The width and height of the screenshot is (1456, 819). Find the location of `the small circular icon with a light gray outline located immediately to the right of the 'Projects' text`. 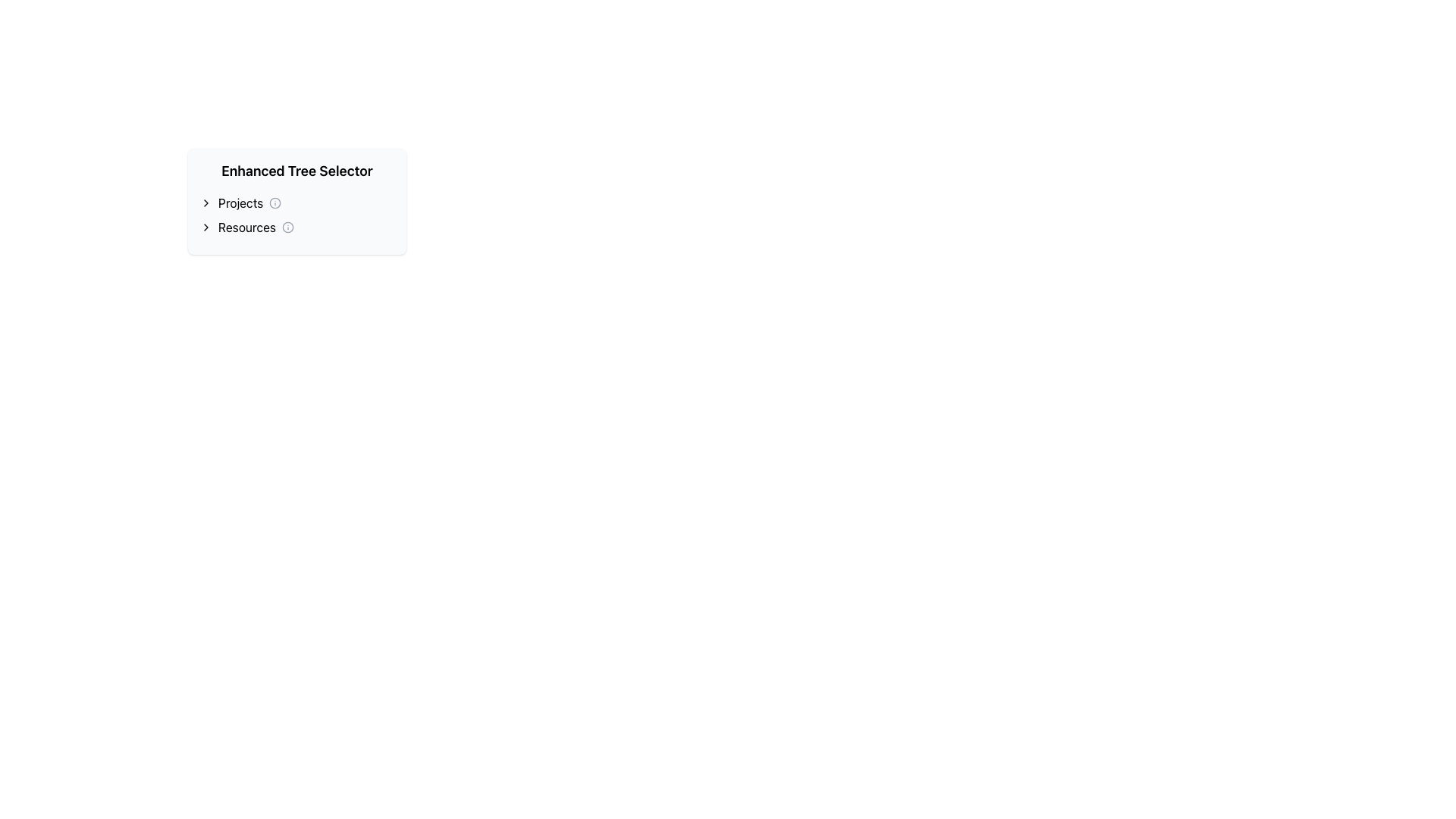

the small circular icon with a light gray outline located immediately to the right of the 'Projects' text is located at coordinates (275, 202).